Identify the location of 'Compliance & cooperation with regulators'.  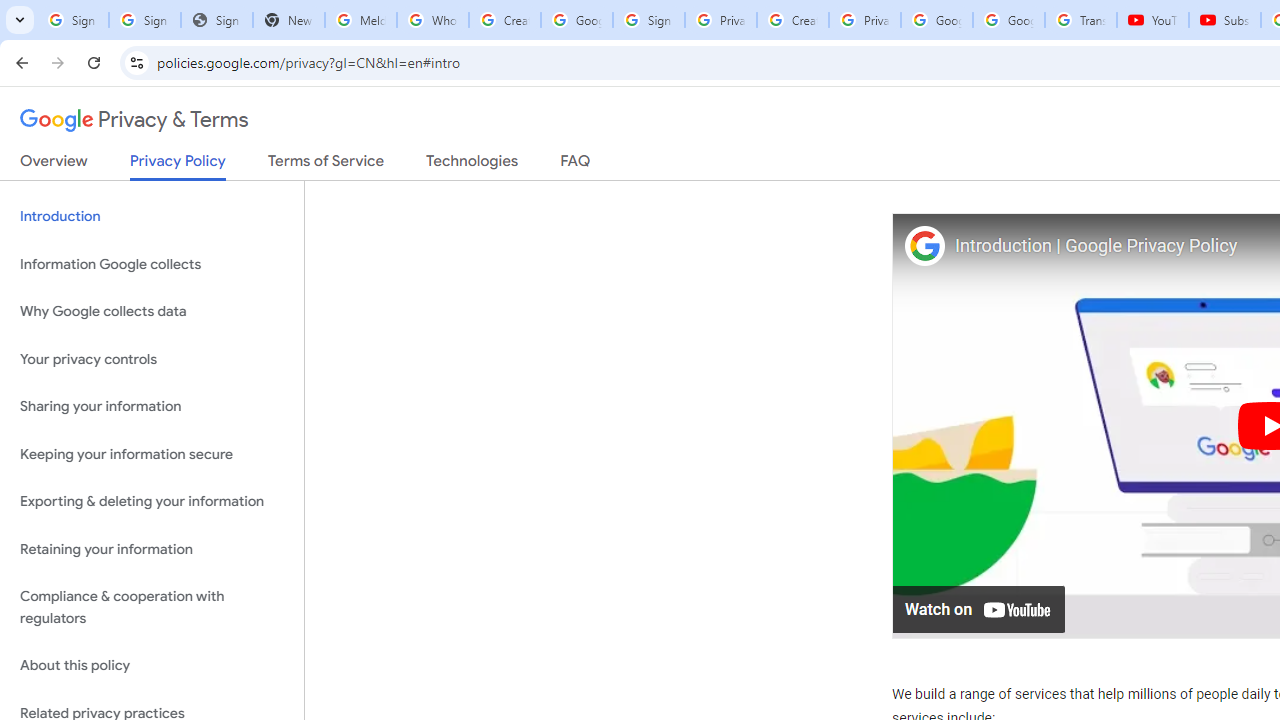
(151, 607).